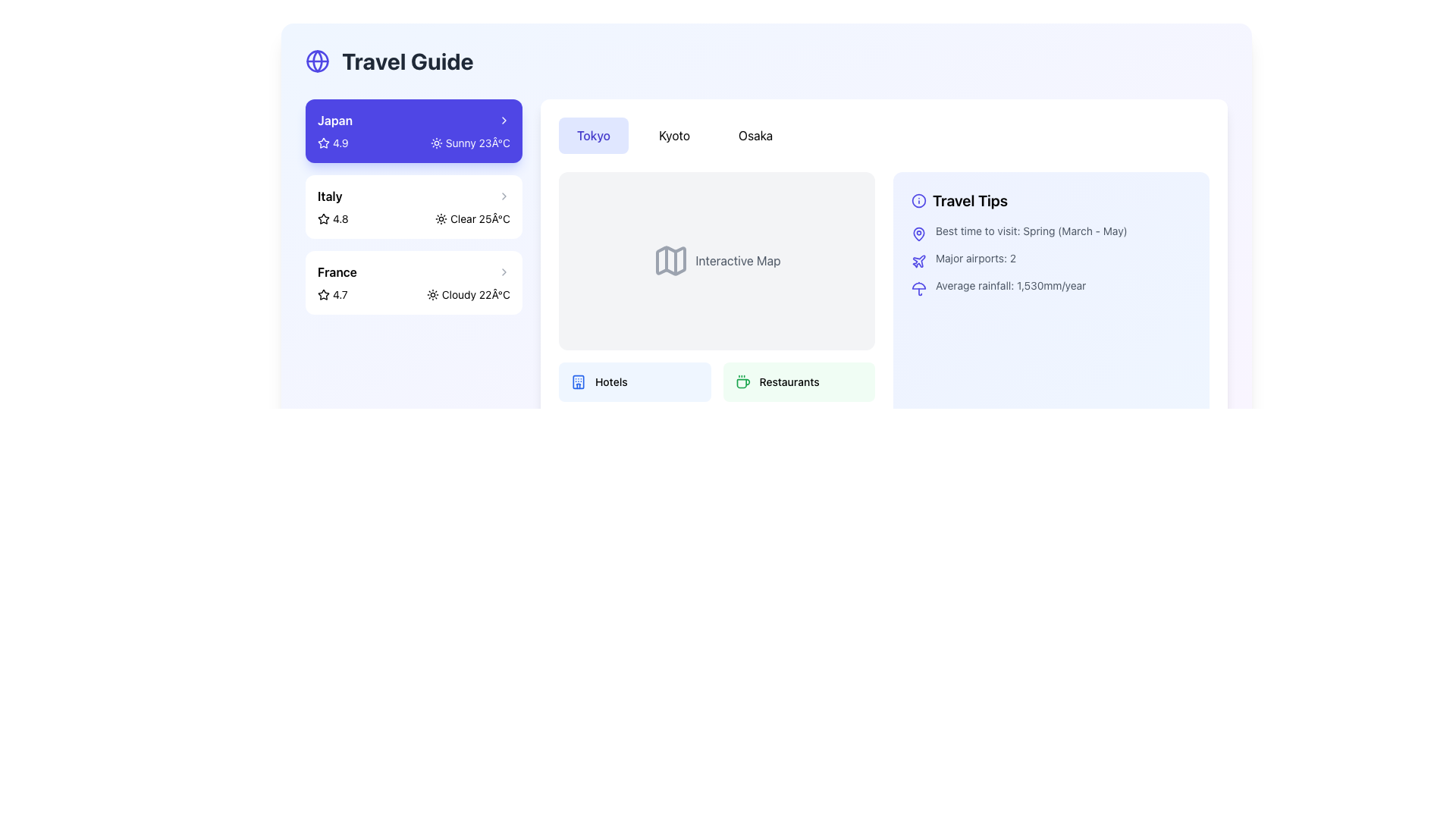 The width and height of the screenshot is (1456, 819). I want to click on the Informational Banner that serves as an informational display for accessing the interactive map feature, located centrally above the grid of selectable components, so click(716, 260).